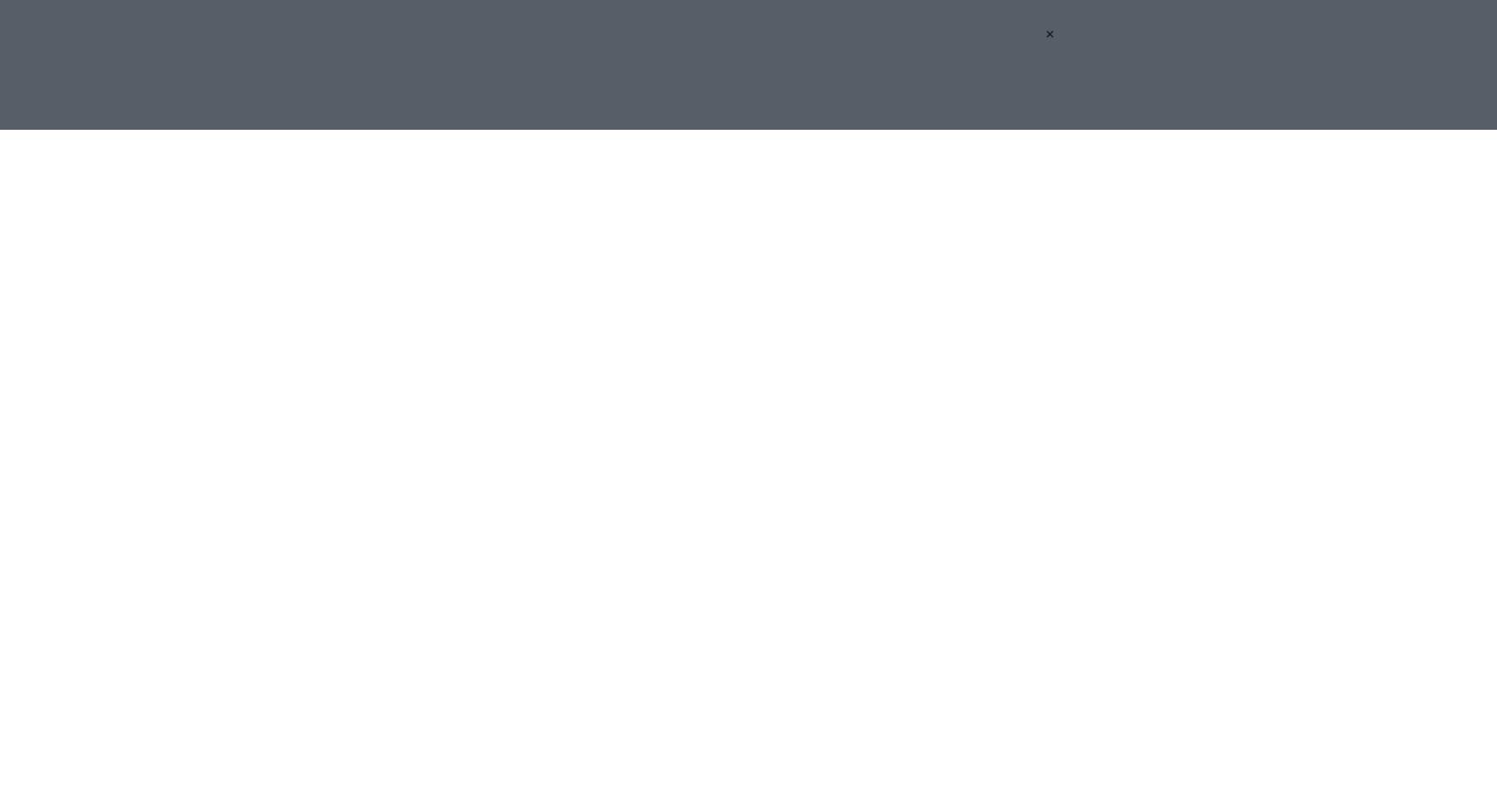 The height and width of the screenshot is (812, 1497). I want to click on 'On the weekend, Guardiola made history. Lifting the Carabao Cup for the fourth successive time, the Catalan manager readily emphasised, …', so click(736, 267).